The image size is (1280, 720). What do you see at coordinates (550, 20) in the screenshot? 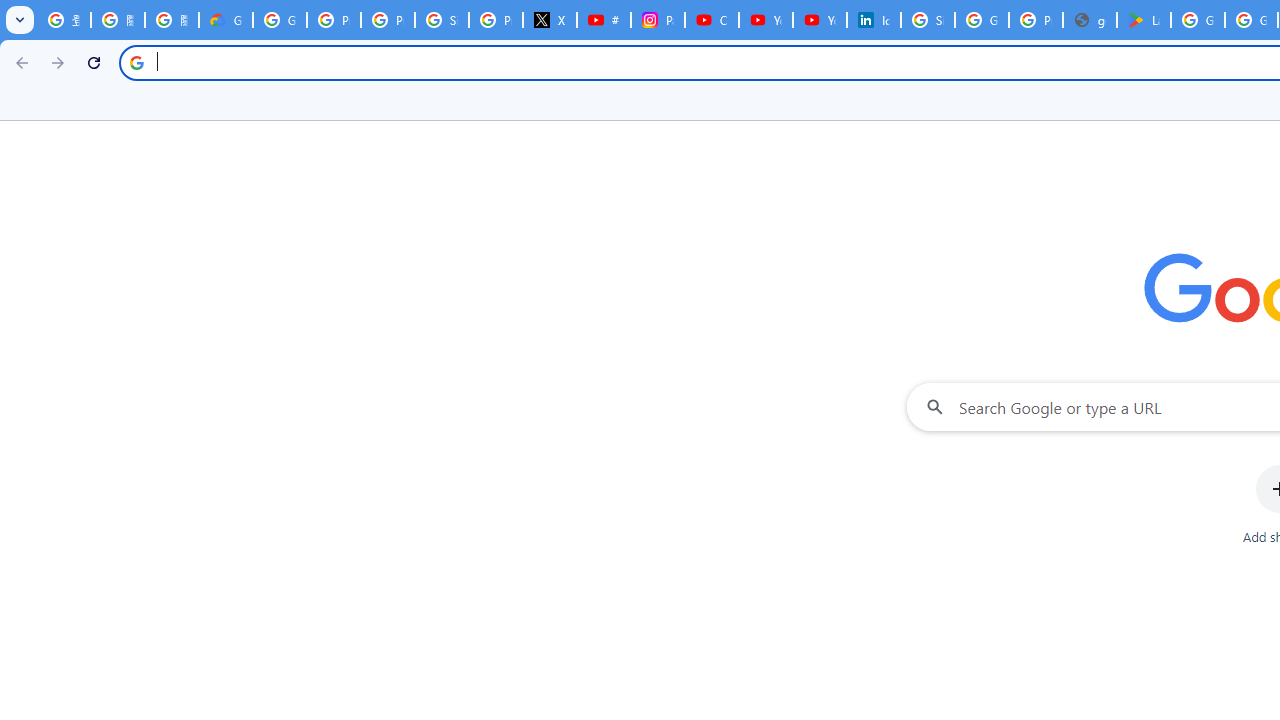
I see `'X'` at bounding box center [550, 20].